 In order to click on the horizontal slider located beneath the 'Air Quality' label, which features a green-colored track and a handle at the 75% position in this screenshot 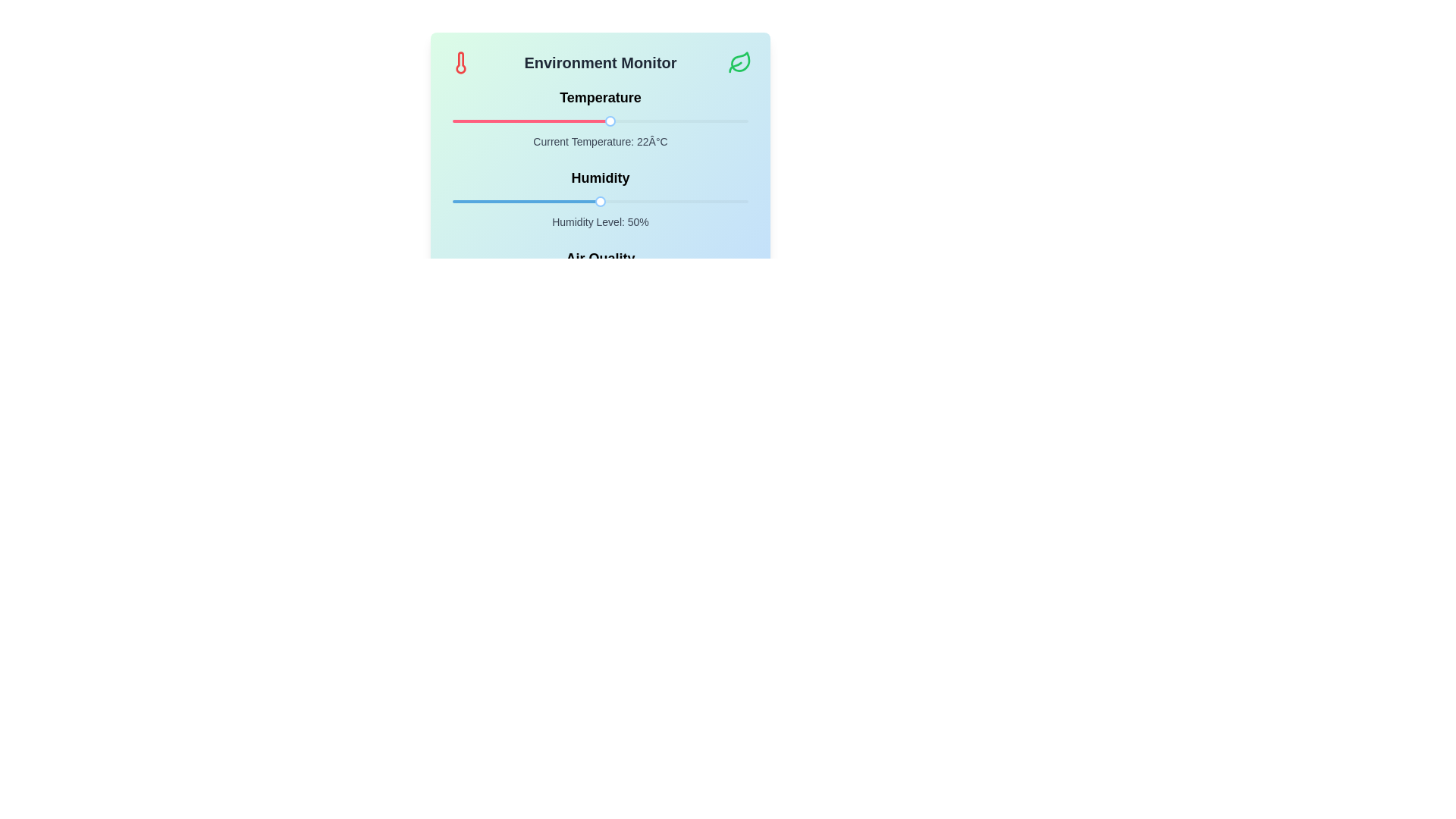, I will do `click(600, 281)`.